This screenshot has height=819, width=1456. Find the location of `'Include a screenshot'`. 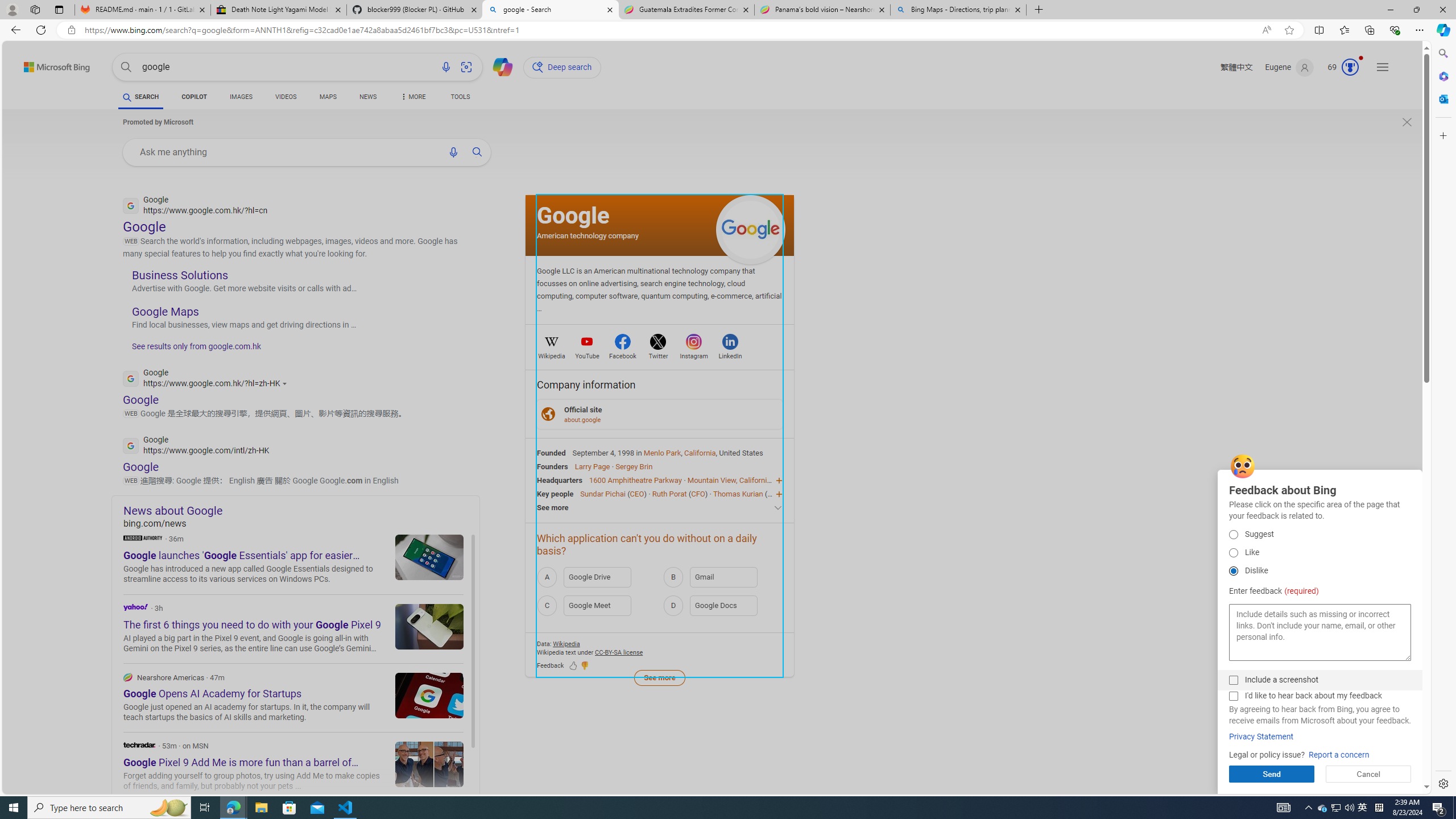

'Include a screenshot' is located at coordinates (1233, 679).